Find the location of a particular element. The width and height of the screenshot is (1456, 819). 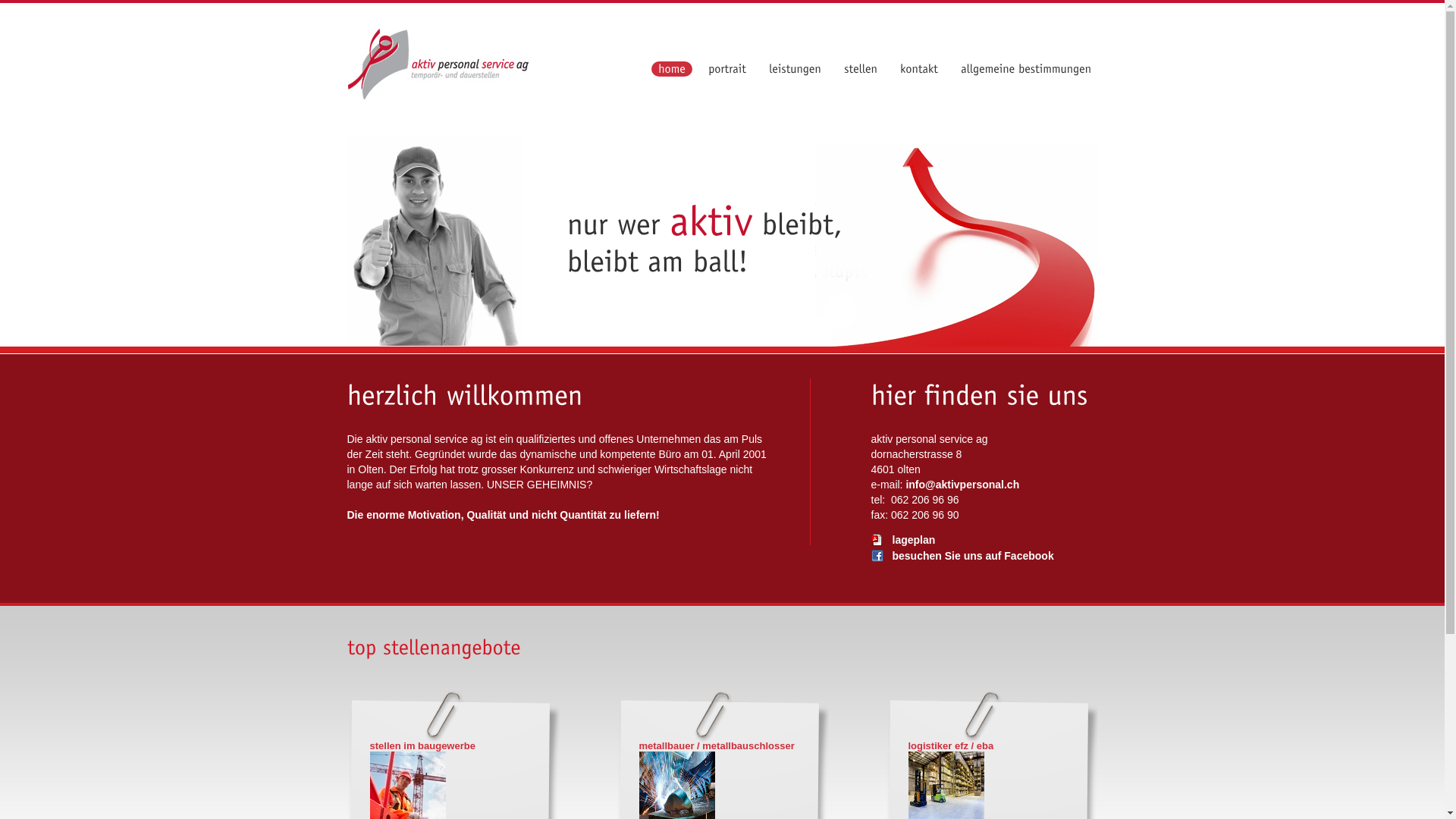

'lageplan' is located at coordinates (870, 541).